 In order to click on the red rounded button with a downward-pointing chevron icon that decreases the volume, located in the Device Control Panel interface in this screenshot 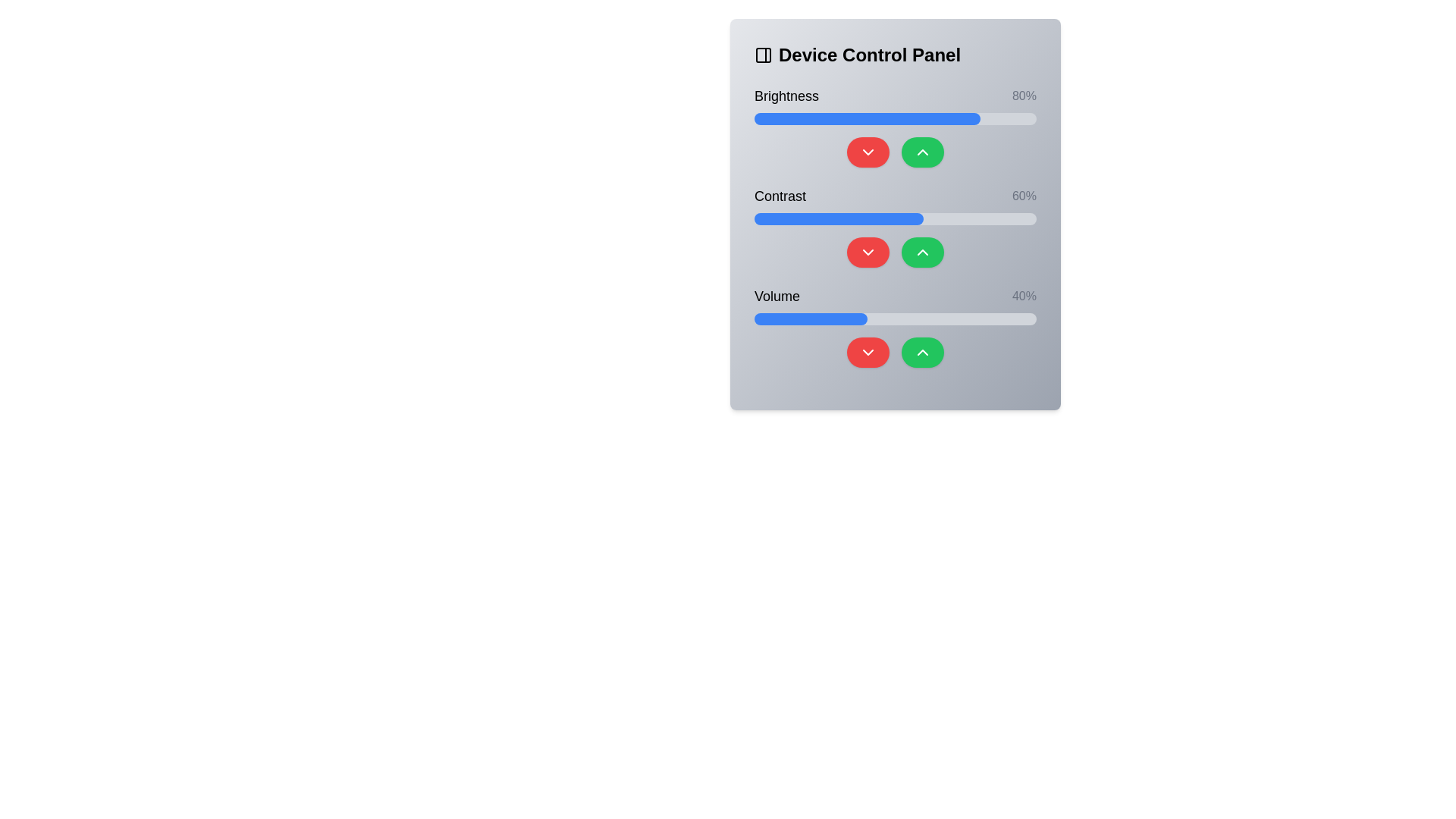, I will do `click(868, 353)`.